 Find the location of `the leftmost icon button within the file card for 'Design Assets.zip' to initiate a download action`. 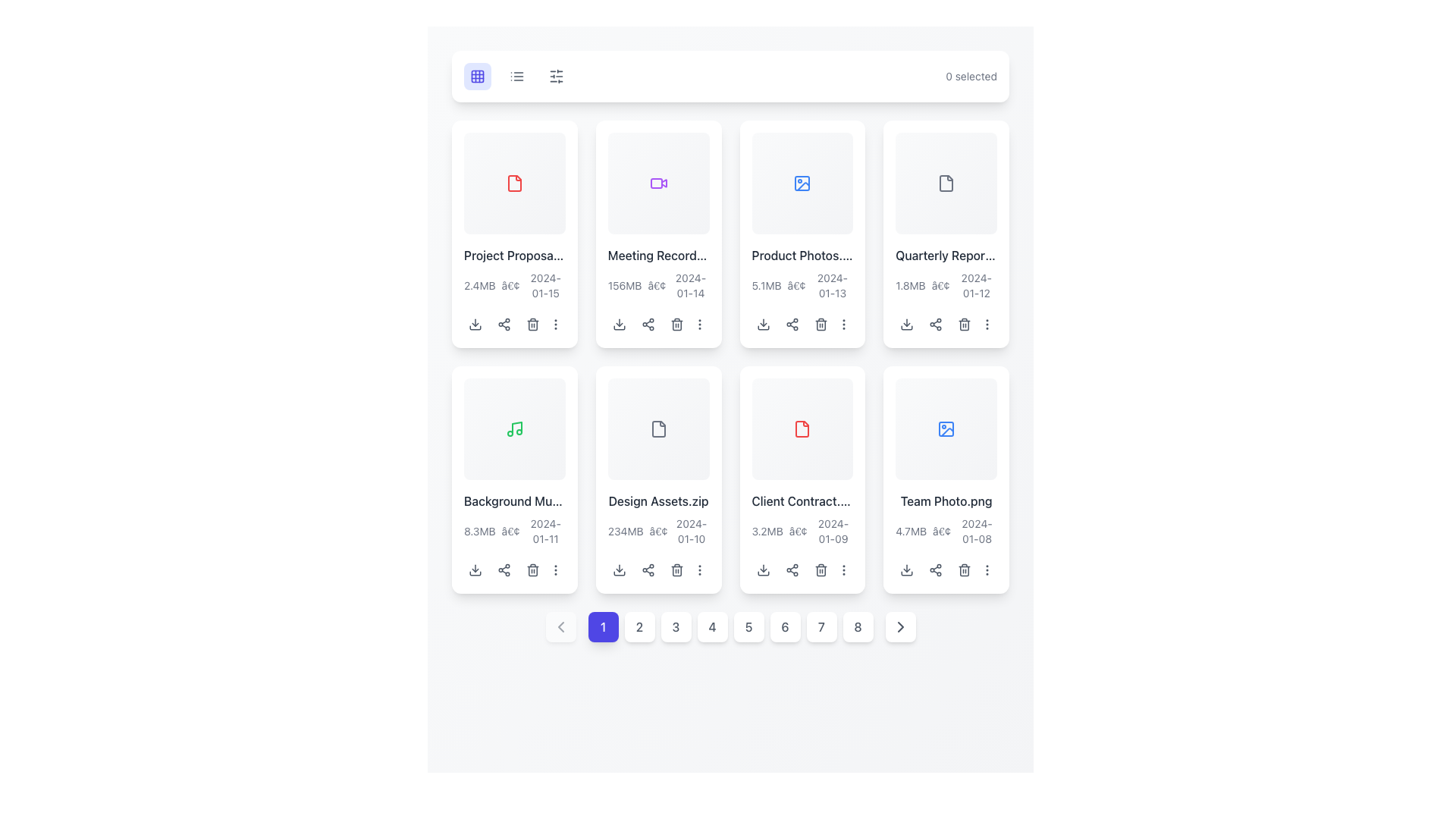

the leftmost icon button within the file card for 'Design Assets.zip' to initiate a download action is located at coordinates (619, 570).